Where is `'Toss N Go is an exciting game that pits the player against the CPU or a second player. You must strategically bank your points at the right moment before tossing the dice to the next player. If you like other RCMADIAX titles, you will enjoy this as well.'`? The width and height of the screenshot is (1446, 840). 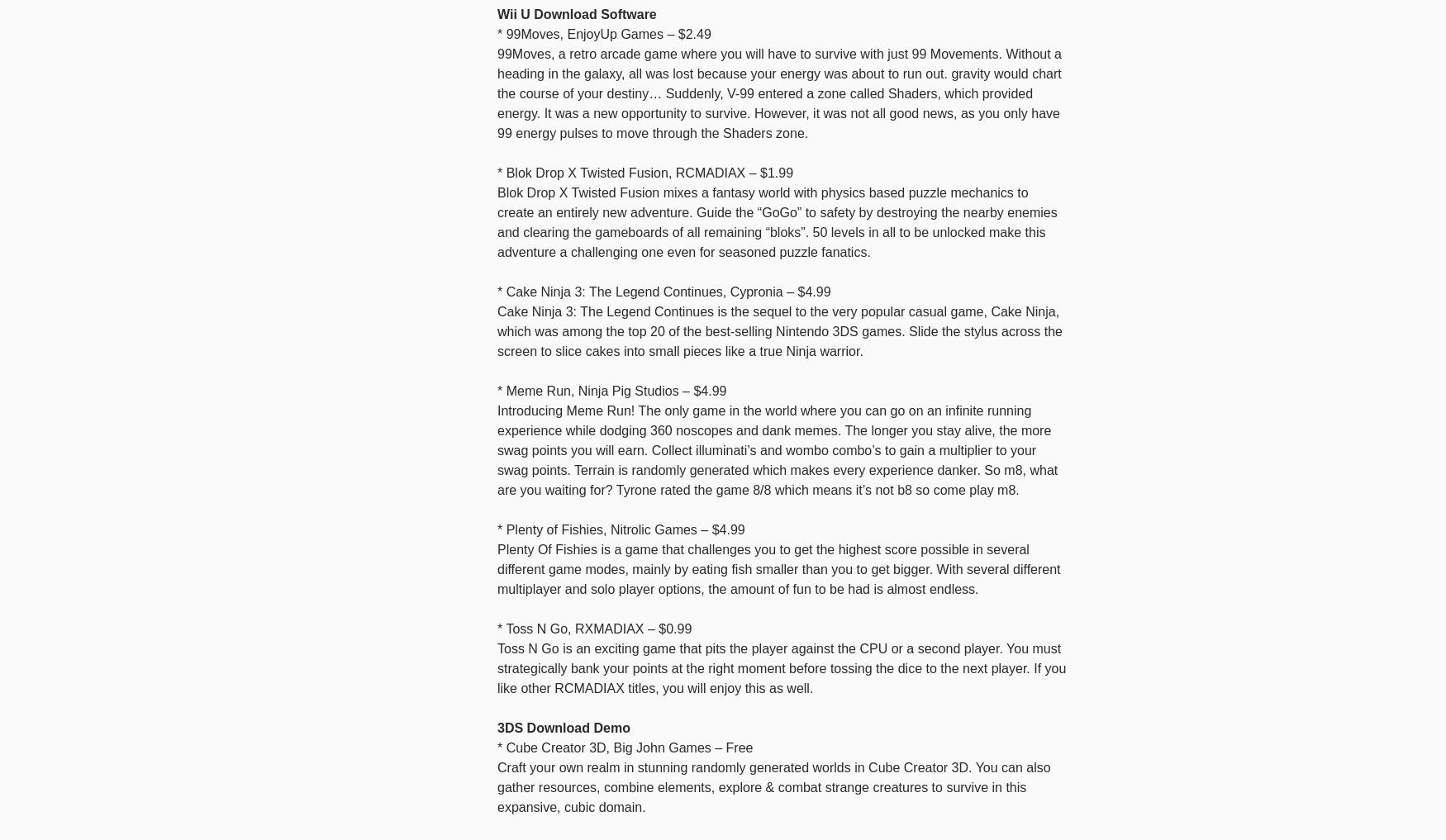
'Toss N Go is an exciting game that pits the player against the CPU or a second player. You must strategically bank your points at the right moment before tossing the dice to the next player. If you like other RCMADIAX titles, you will enjoy this as well.' is located at coordinates (782, 667).